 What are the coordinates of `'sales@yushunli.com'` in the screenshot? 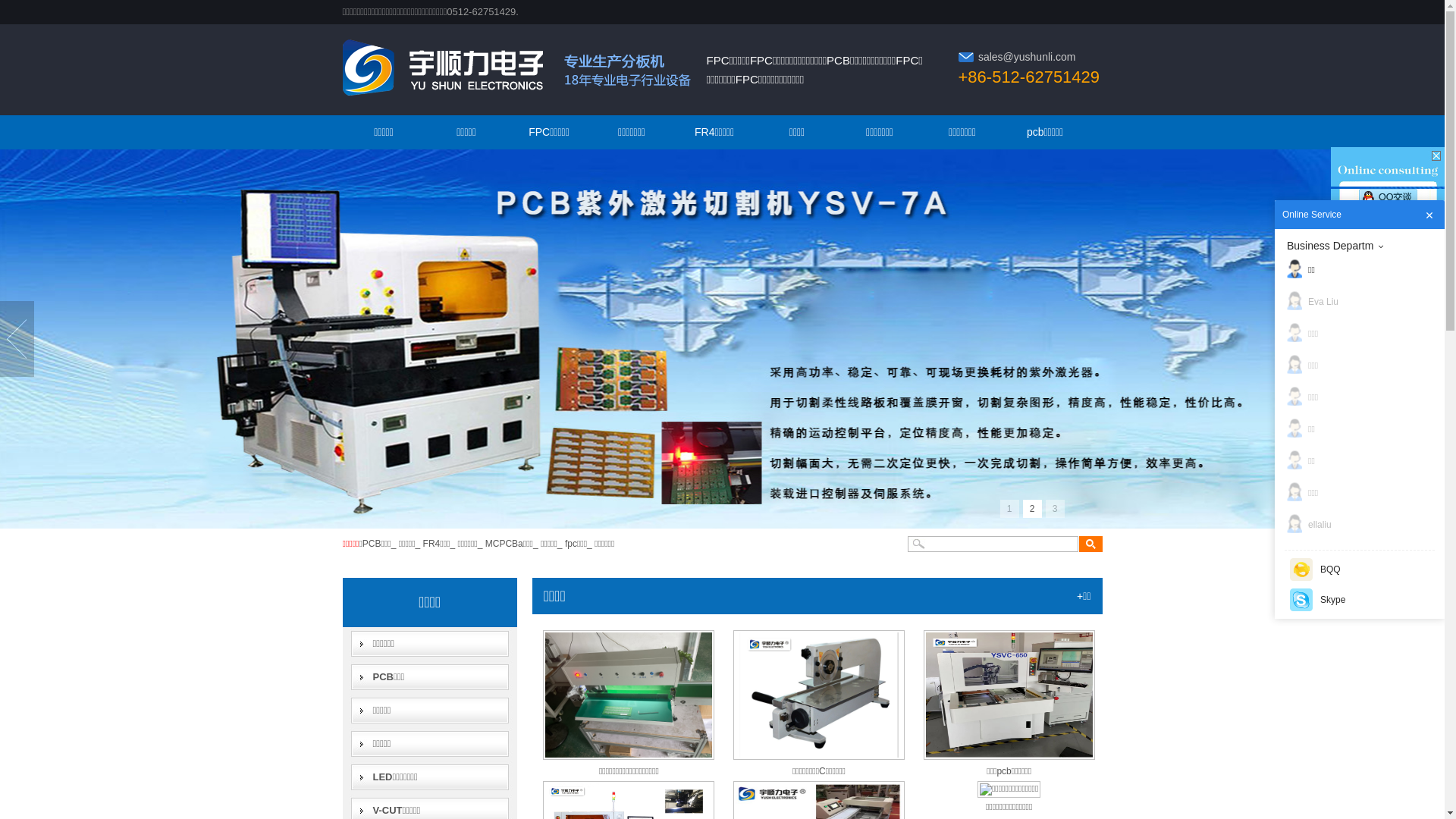 It's located at (1027, 55).